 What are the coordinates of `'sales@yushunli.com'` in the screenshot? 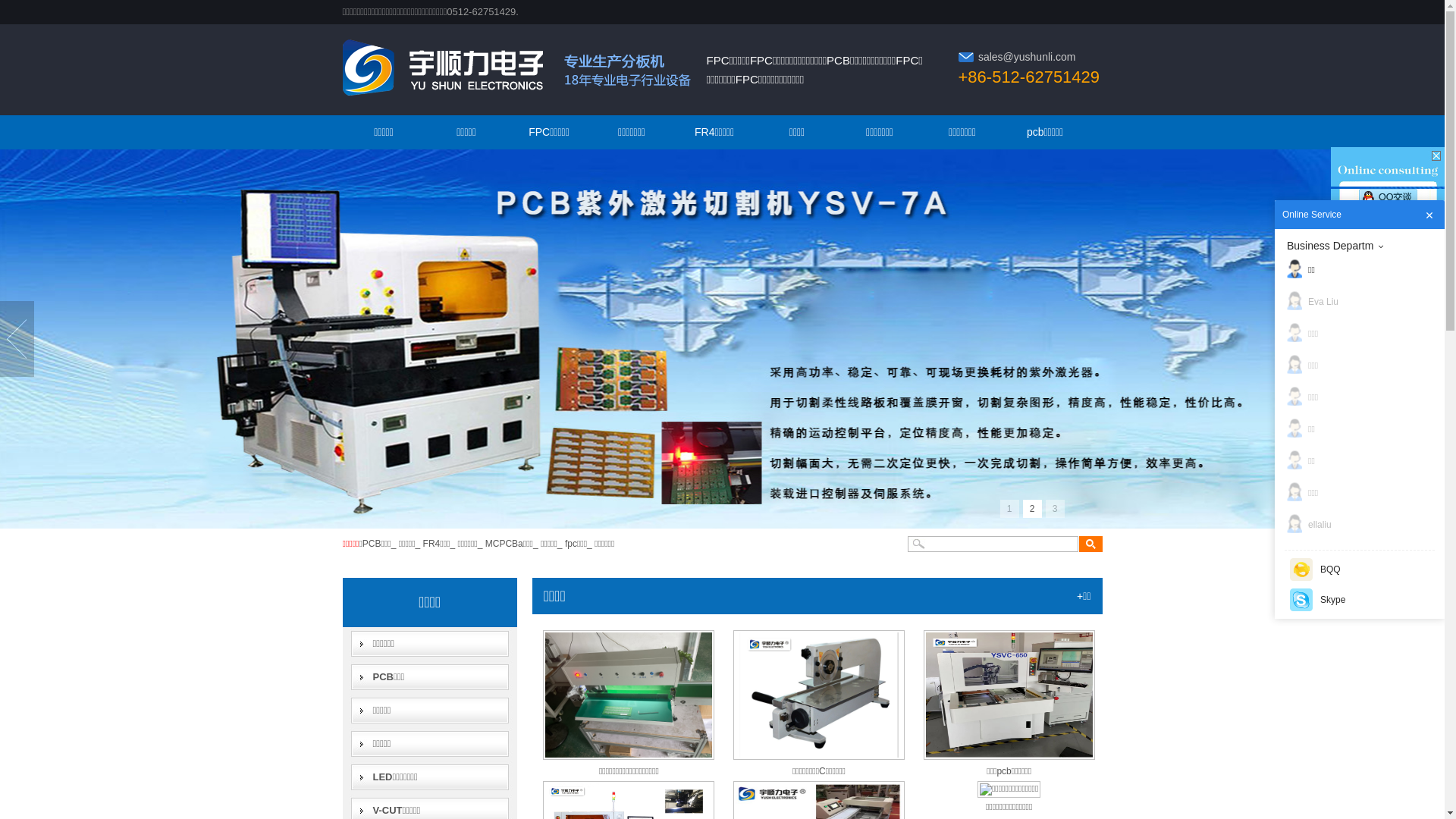 It's located at (1027, 55).